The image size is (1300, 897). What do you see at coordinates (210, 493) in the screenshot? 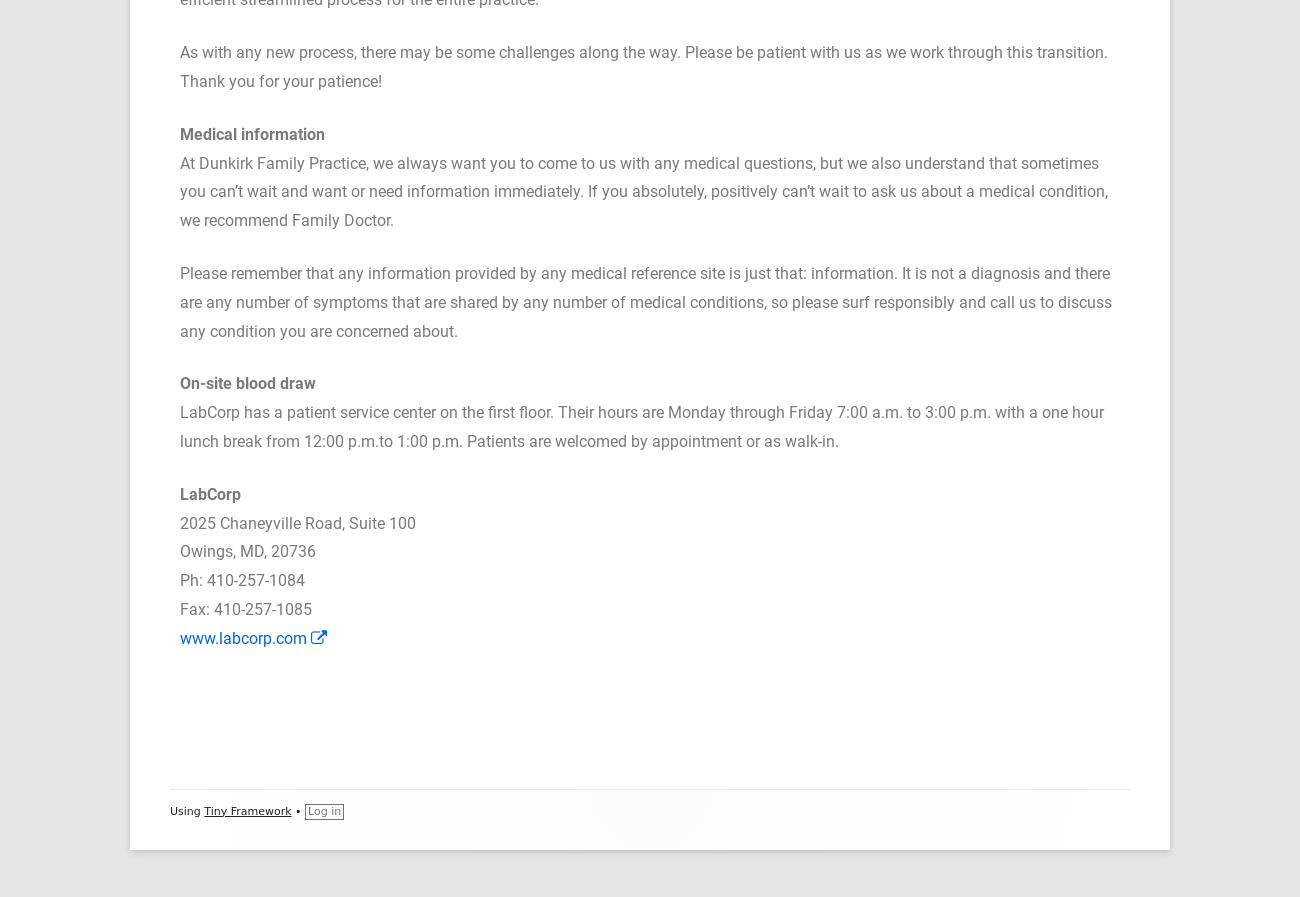
I see `'LabCorp'` at bounding box center [210, 493].